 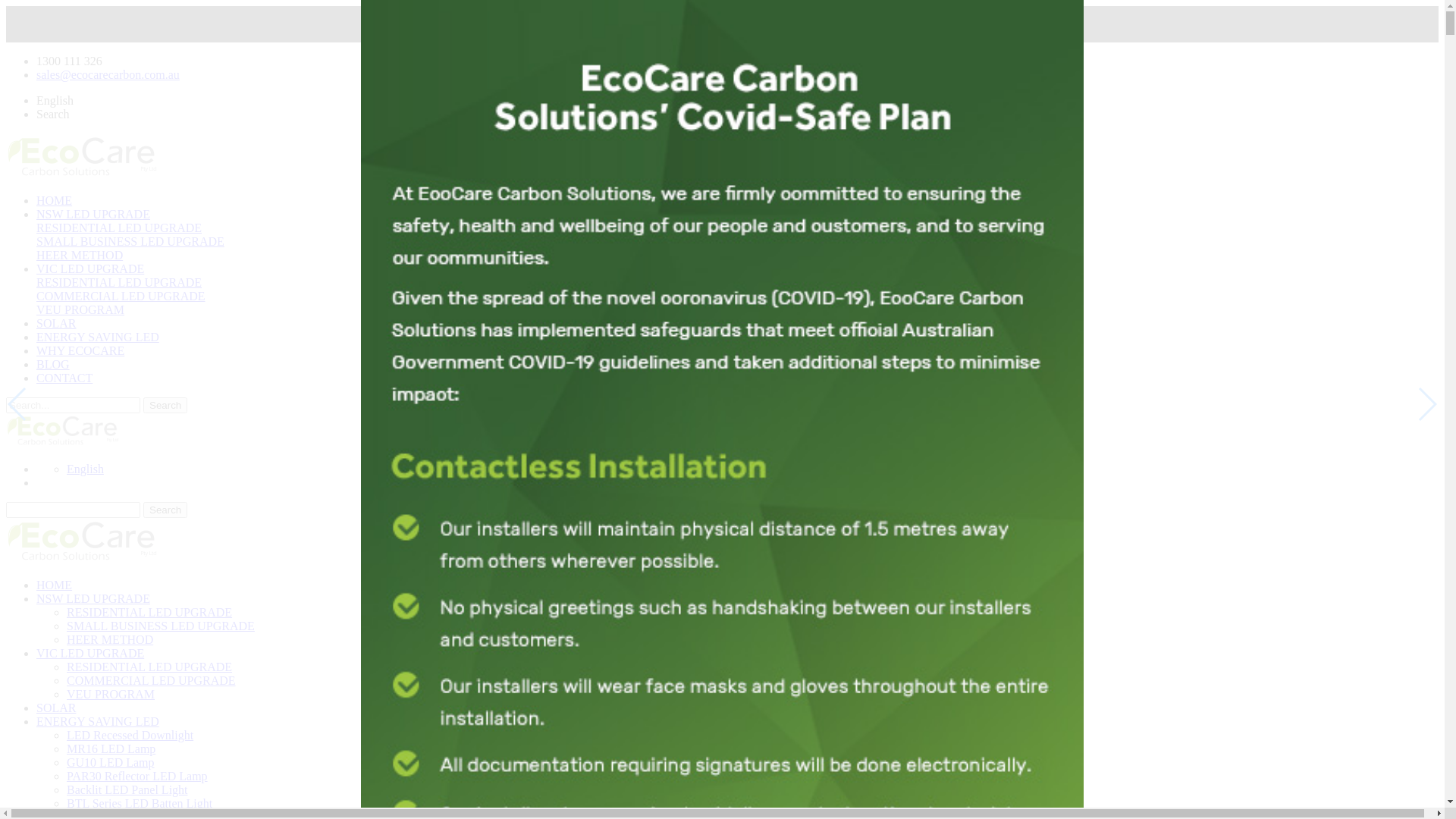 I want to click on 'HOME', so click(x=54, y=199).